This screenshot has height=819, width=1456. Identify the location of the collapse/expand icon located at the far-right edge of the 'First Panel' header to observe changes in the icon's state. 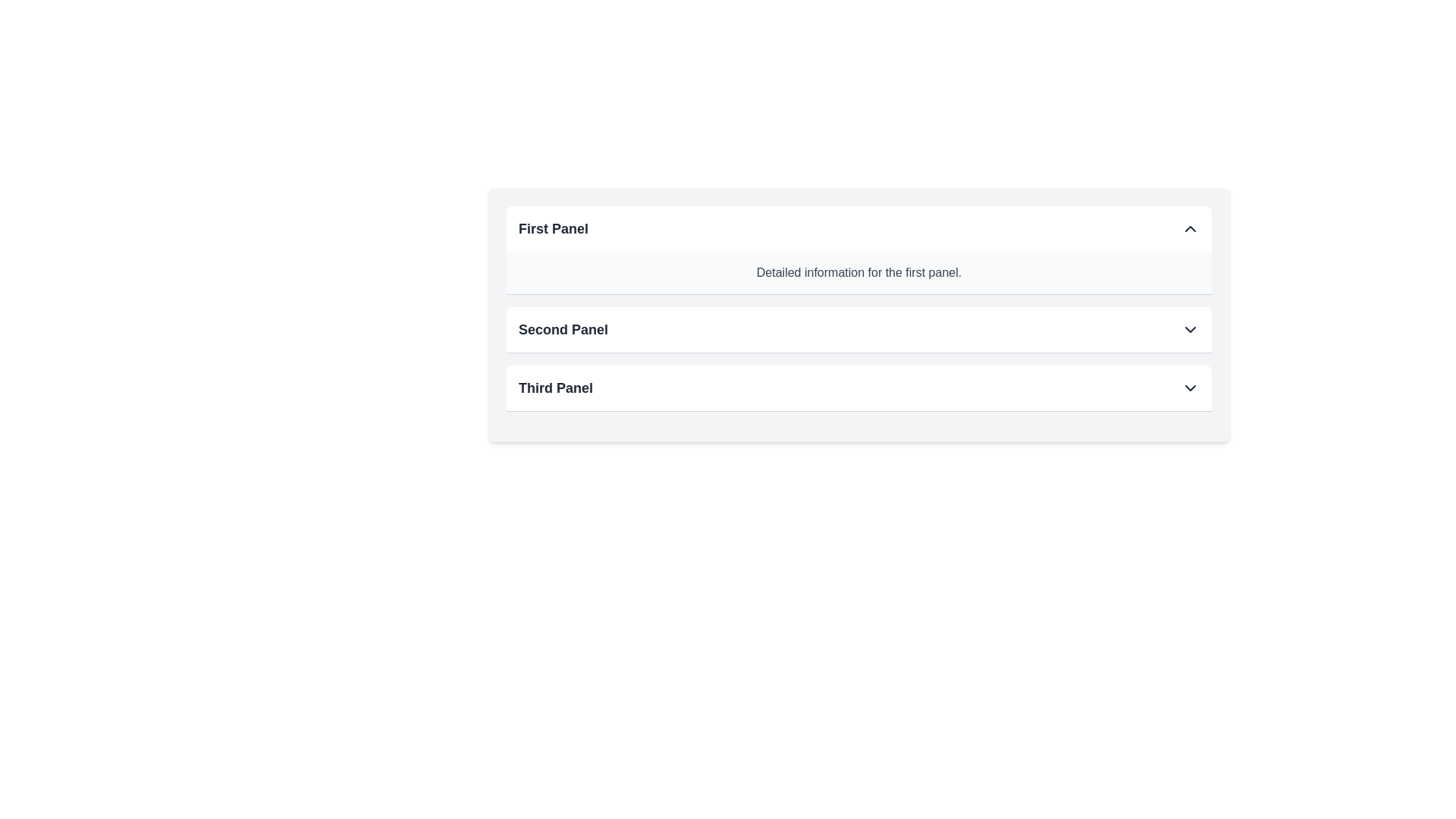
(1189, 228).